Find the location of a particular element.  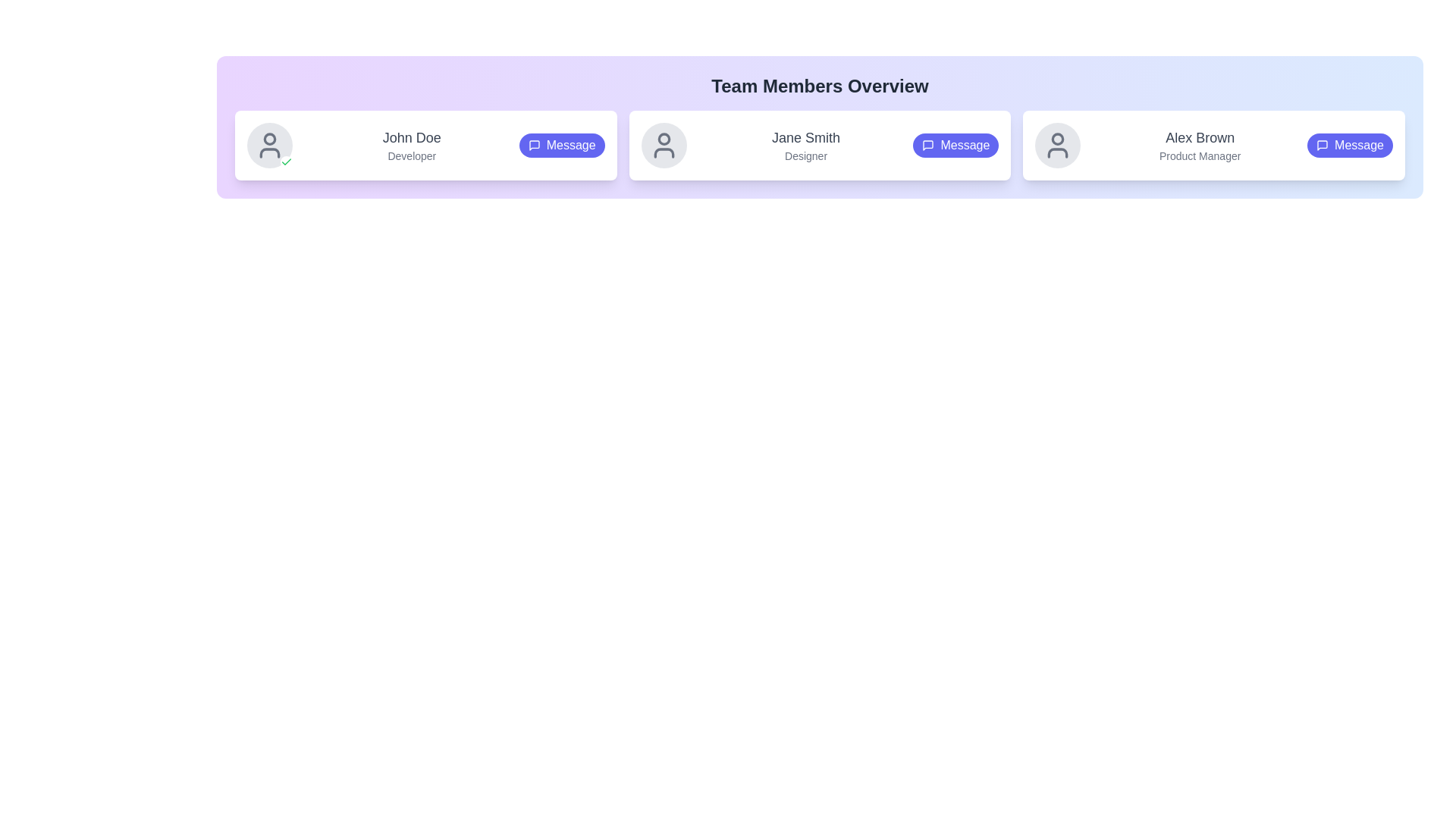

the first team member's Profile Card located in the top-left corner of the grid layout under 'Team Members Overview' to potentially reveal additional details is located at coordinates (425, 146).